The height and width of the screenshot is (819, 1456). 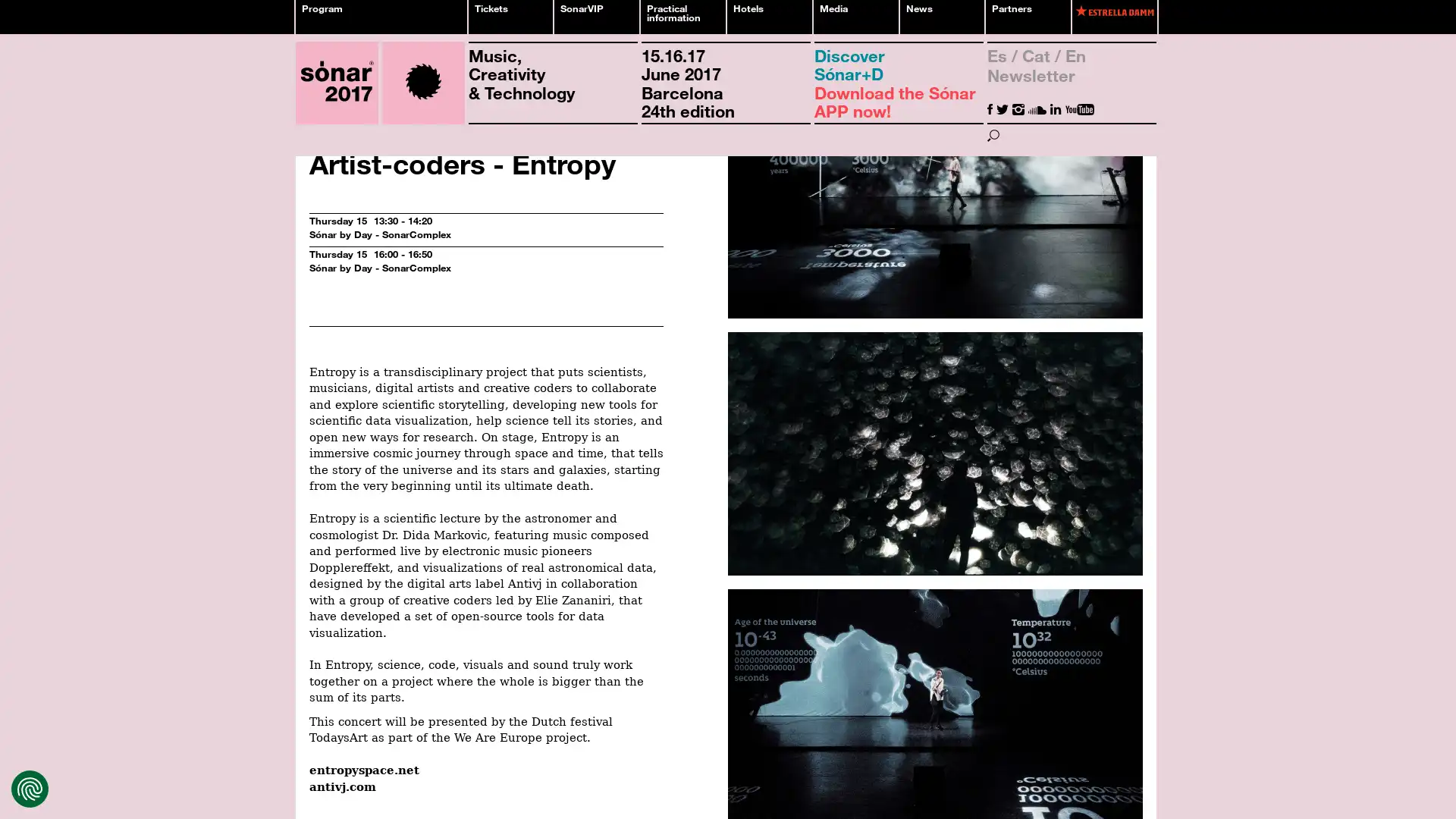 What do you see at coordinates (30, 788) in the screenshot?
I see `Privacy settings` at bounding box center [30, 788].